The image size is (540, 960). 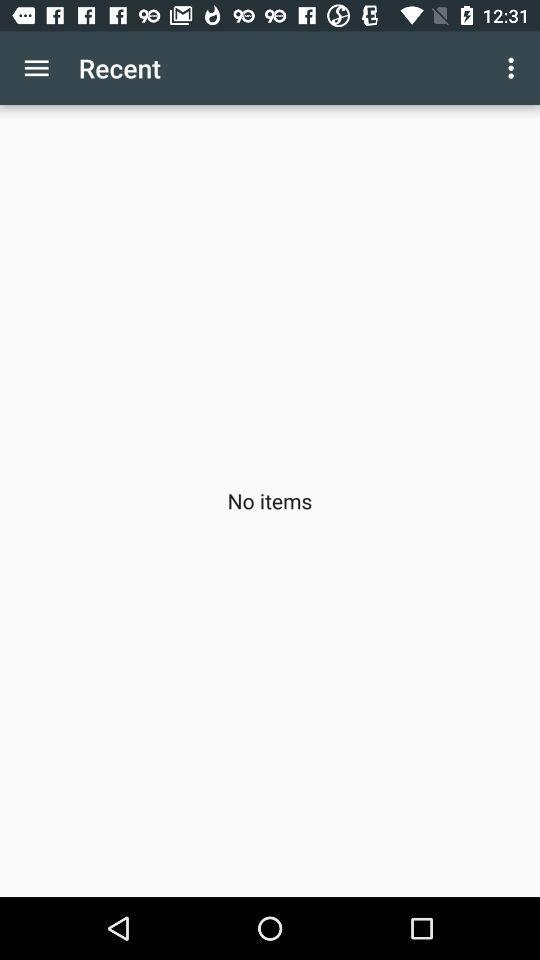 I want to click on the icon to the right of recent app, so click(x=513, y=68).